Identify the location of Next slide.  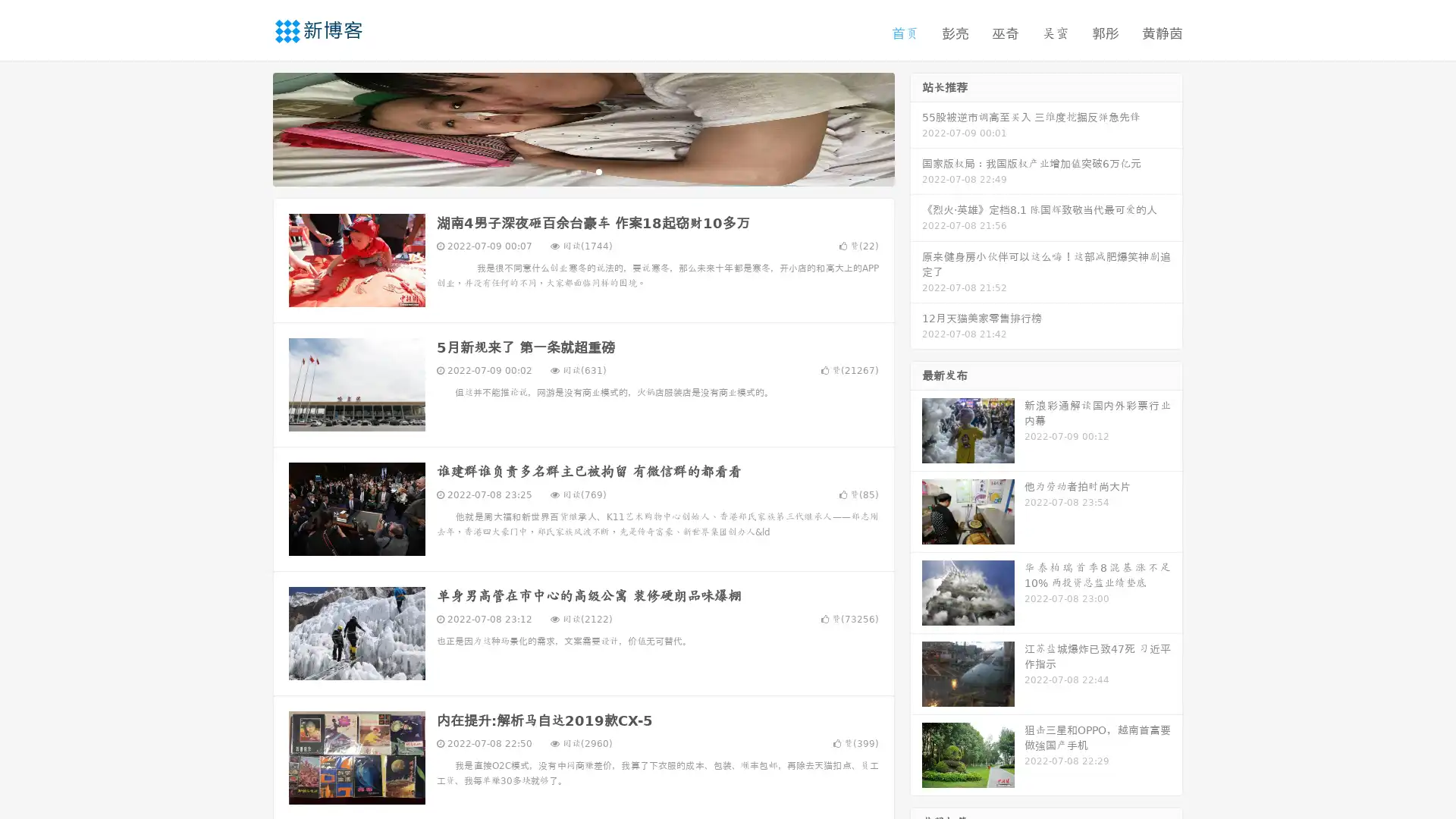
(916, 127).